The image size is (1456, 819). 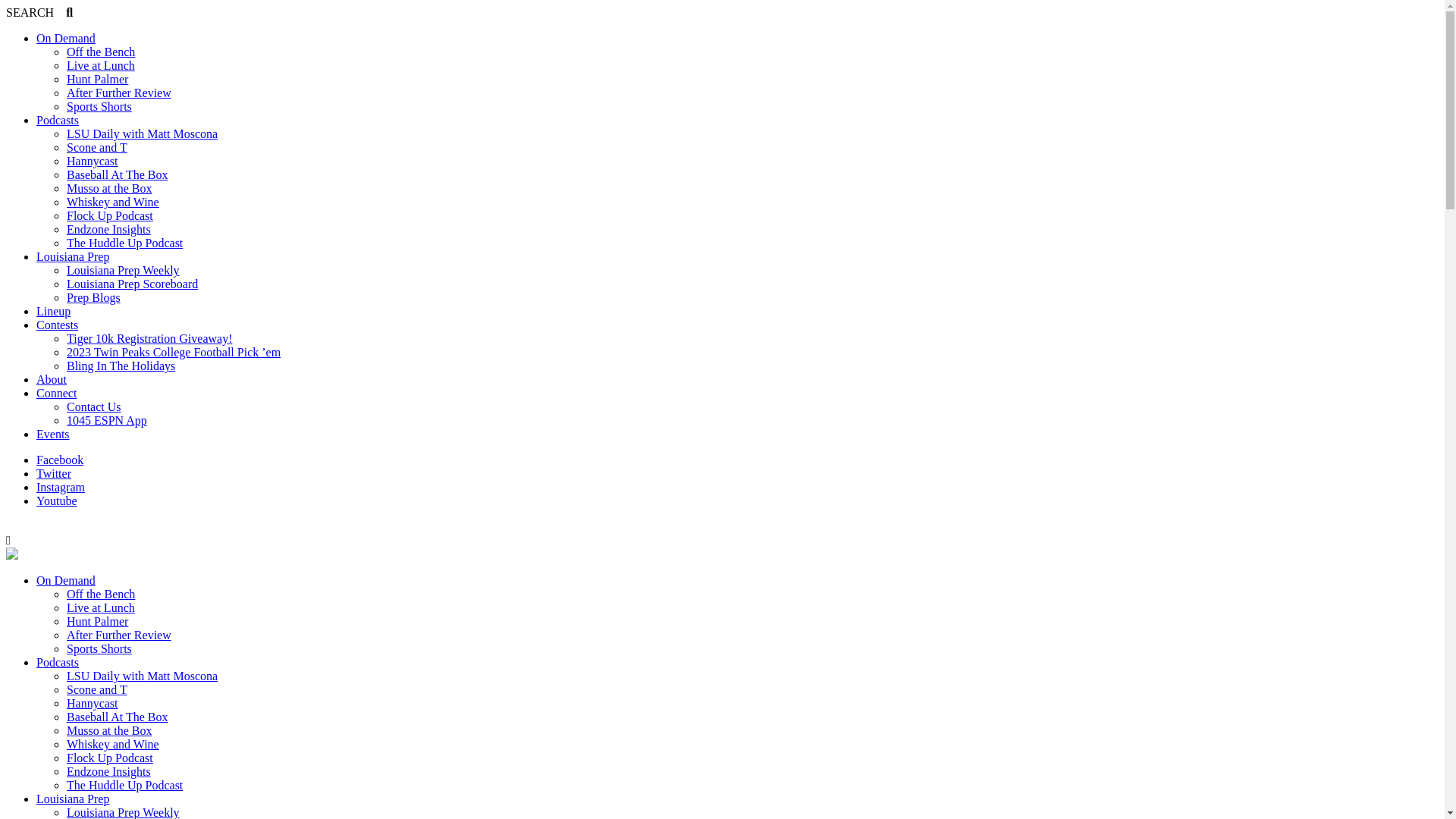 I want to click on 'Podcasts', so click(x=58, y=119).